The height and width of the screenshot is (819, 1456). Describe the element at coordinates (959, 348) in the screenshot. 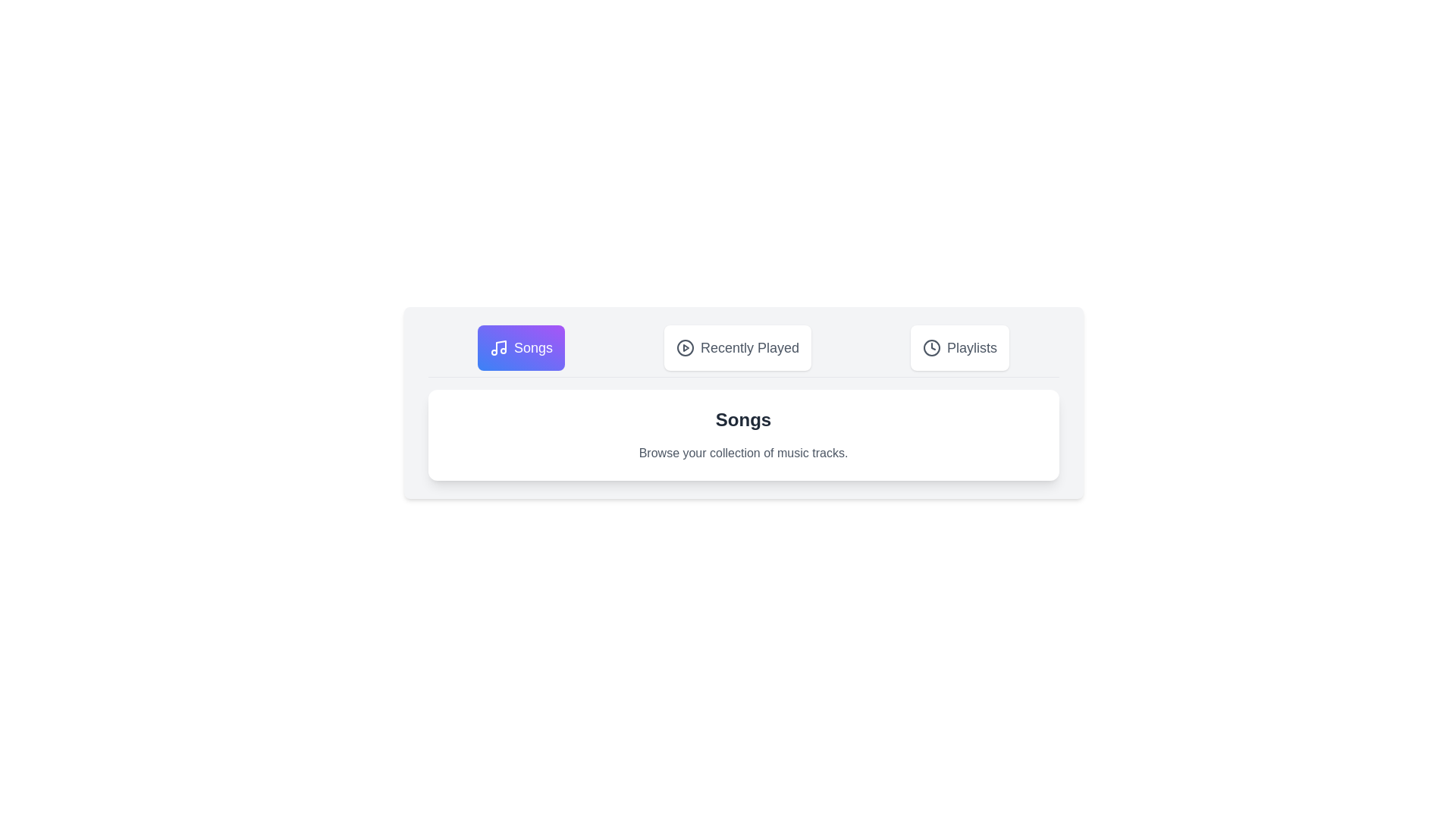

I see `the tab labeled Playlists` at that location.